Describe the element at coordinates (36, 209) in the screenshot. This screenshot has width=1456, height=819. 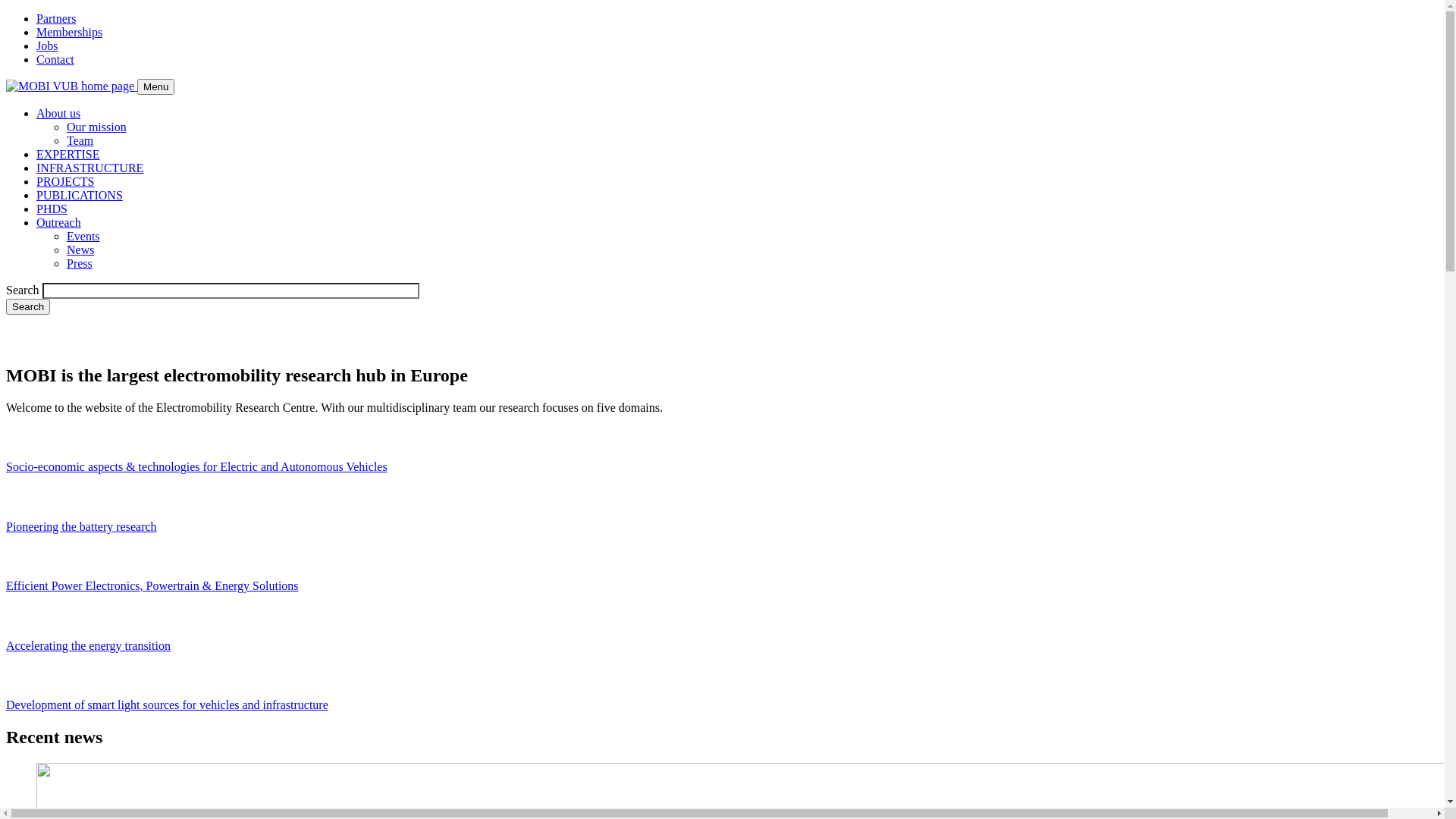
I see `'PHDS'` at that location.